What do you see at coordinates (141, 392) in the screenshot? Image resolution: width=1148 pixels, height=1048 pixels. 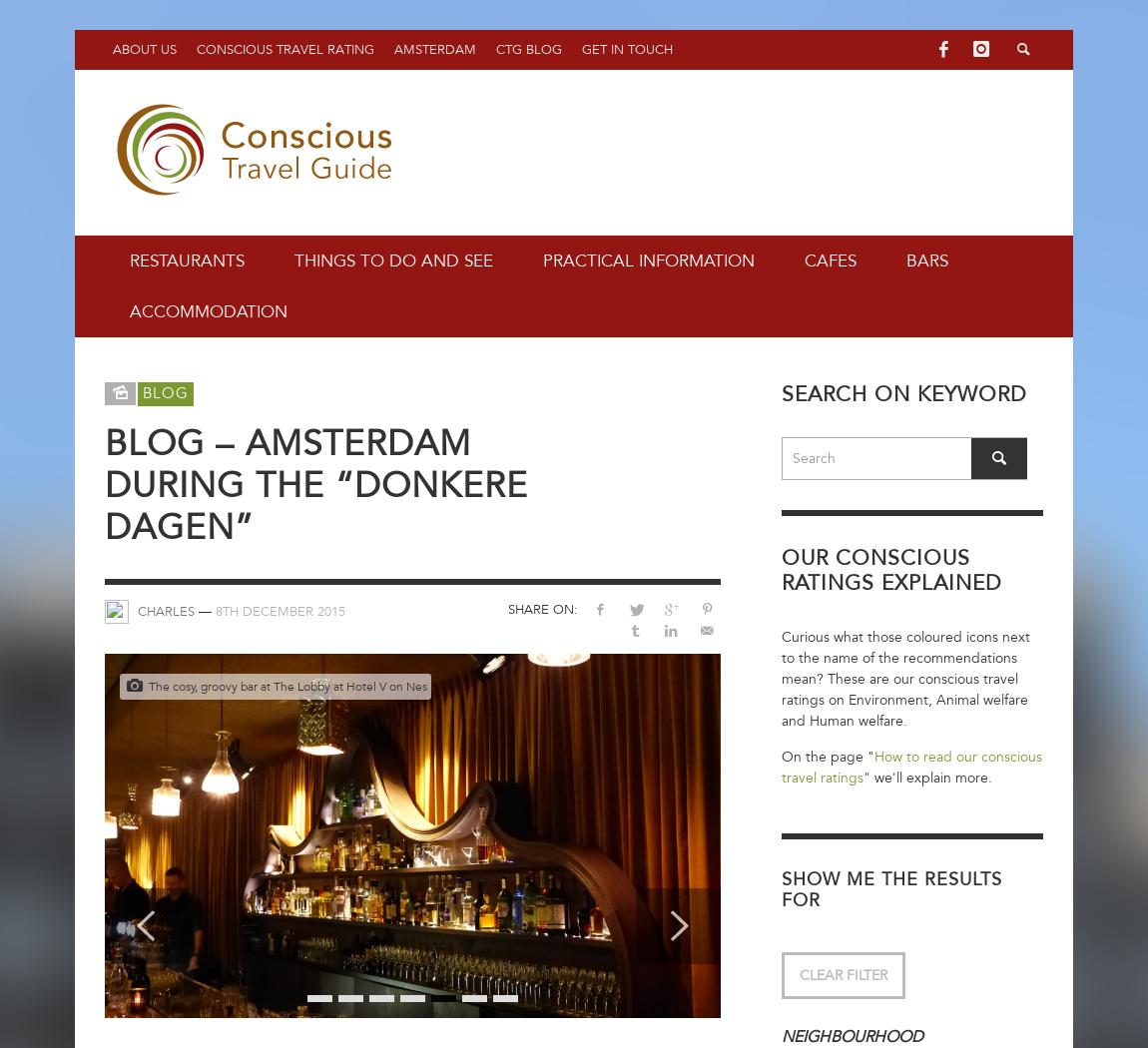 I see `'Blog'` at bounding box center [141, 392].